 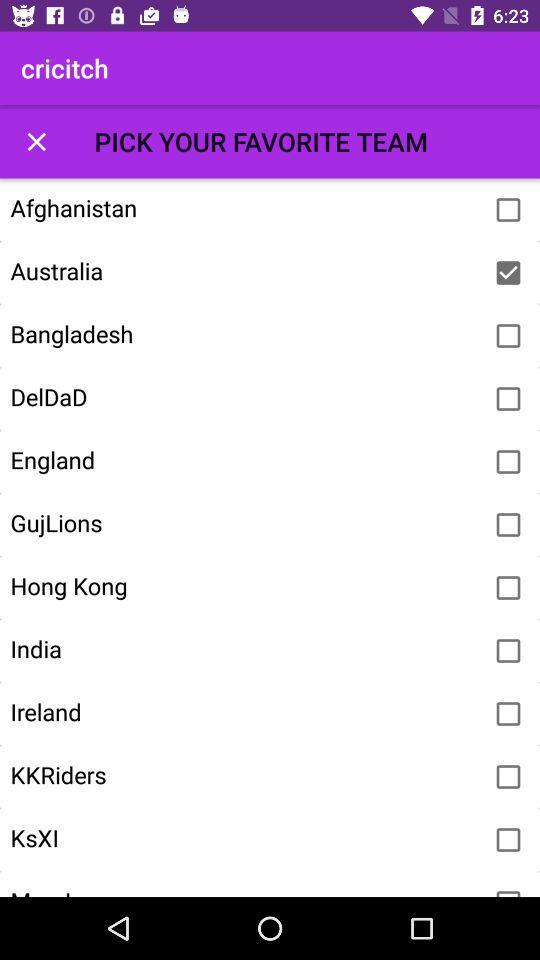 What do you see at coordinates (36, 140) in the screenshot?
I see `filtering options` at bounding box center [36, 140].